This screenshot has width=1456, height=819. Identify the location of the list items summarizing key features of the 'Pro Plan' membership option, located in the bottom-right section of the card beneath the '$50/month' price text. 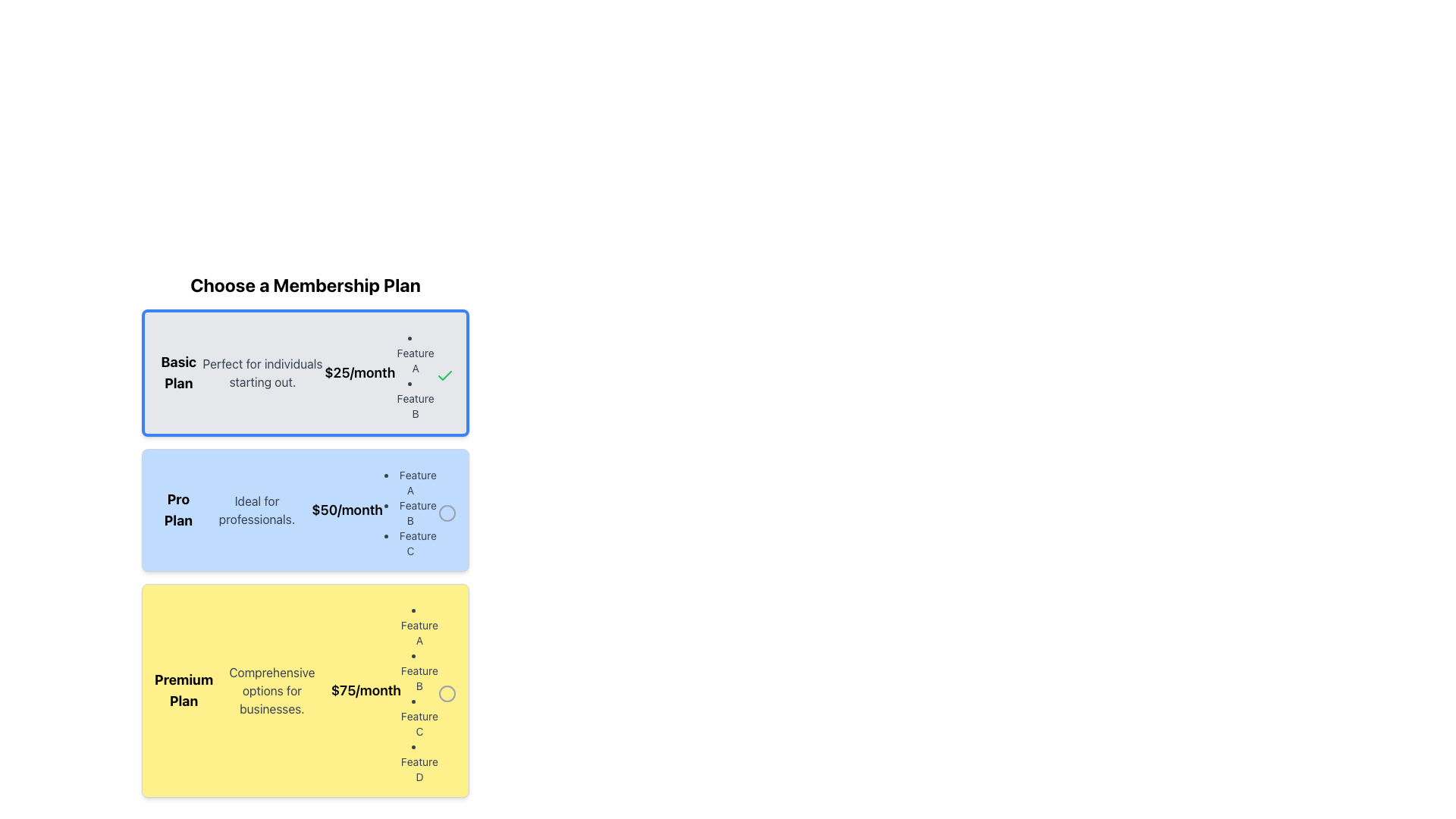
(410, 510).